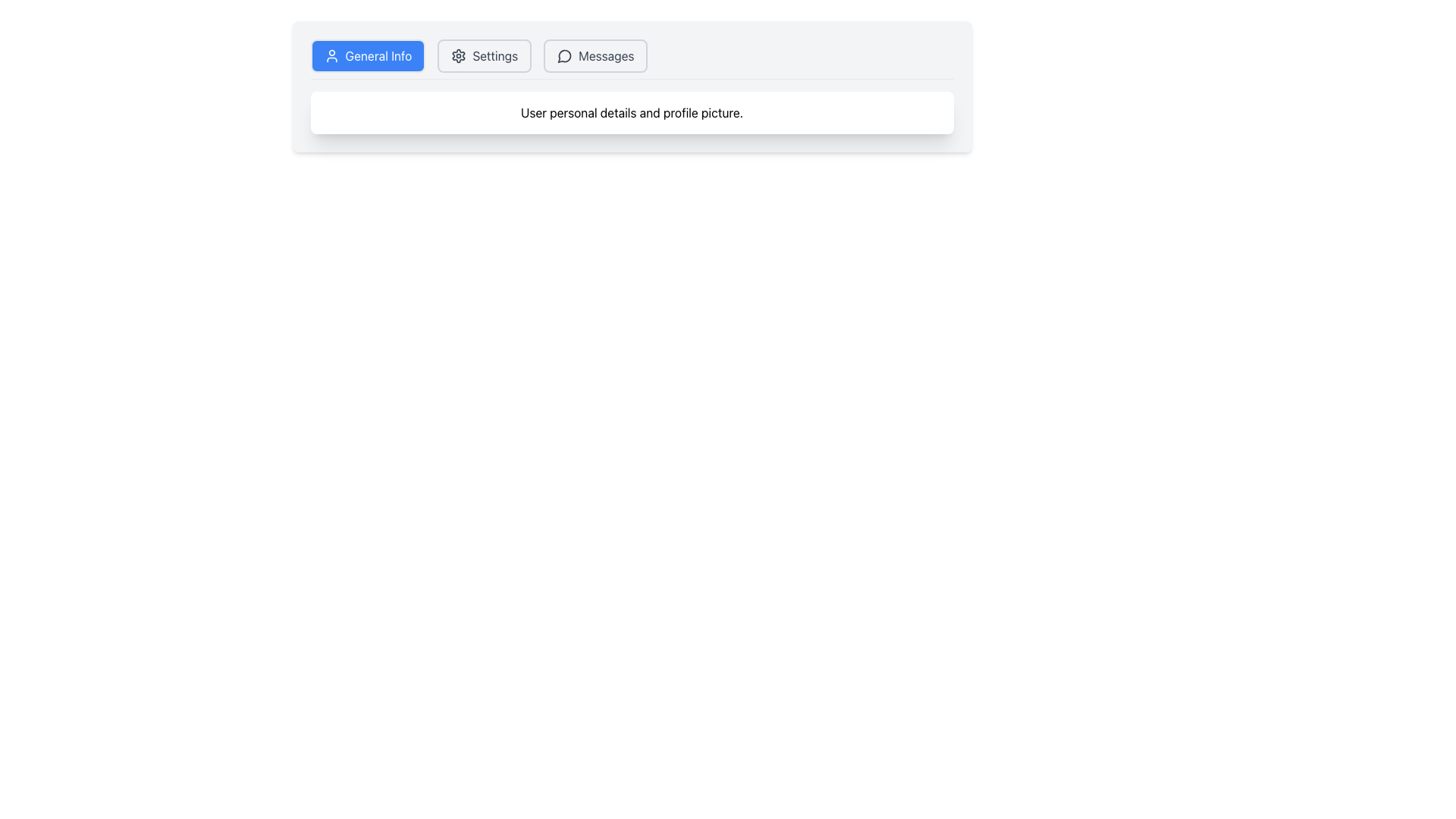 This screenshot has width=1456, height=819. I want to click on the 'General Info' label within the first button in the horizontal navigation bar at the top of the interface, so click(378, 55).